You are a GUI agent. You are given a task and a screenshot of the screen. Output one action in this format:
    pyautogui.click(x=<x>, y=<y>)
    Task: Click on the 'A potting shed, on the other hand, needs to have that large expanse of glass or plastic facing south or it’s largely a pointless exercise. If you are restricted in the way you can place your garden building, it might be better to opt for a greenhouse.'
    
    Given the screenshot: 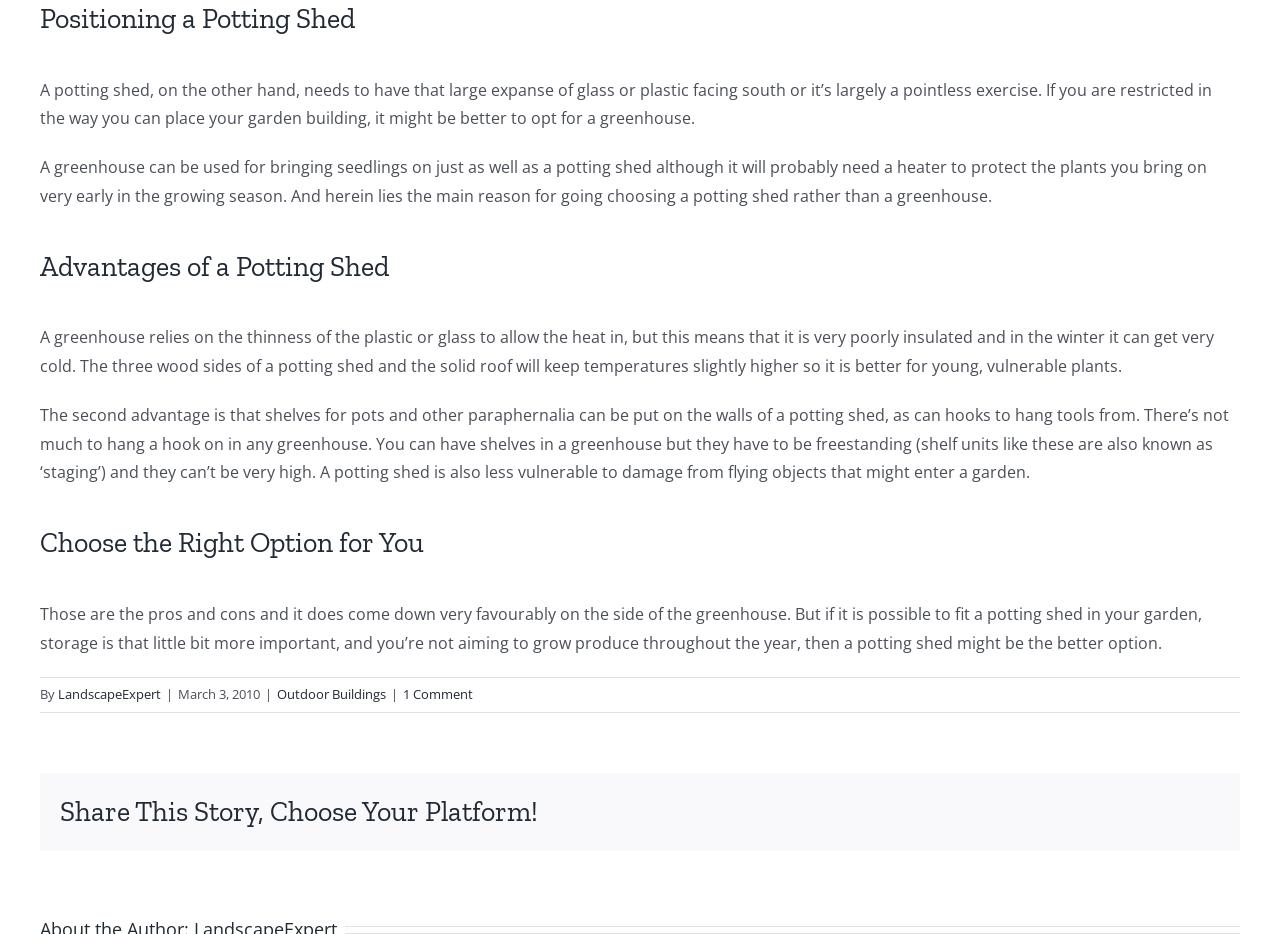 What is the action you would take?
    pyautogui.click(x=39, y=102)
    